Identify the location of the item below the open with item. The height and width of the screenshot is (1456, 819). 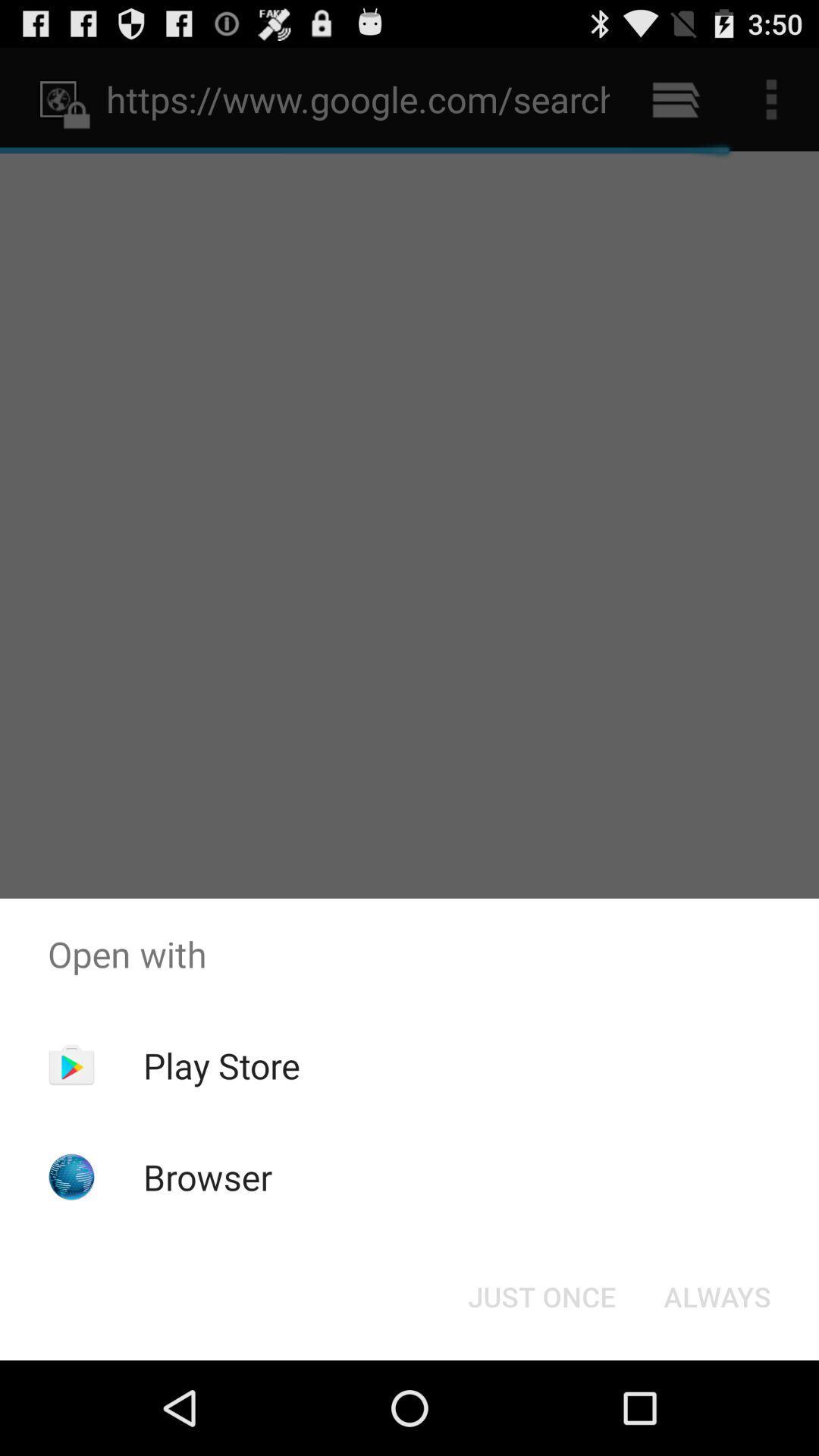
(541, 1295).